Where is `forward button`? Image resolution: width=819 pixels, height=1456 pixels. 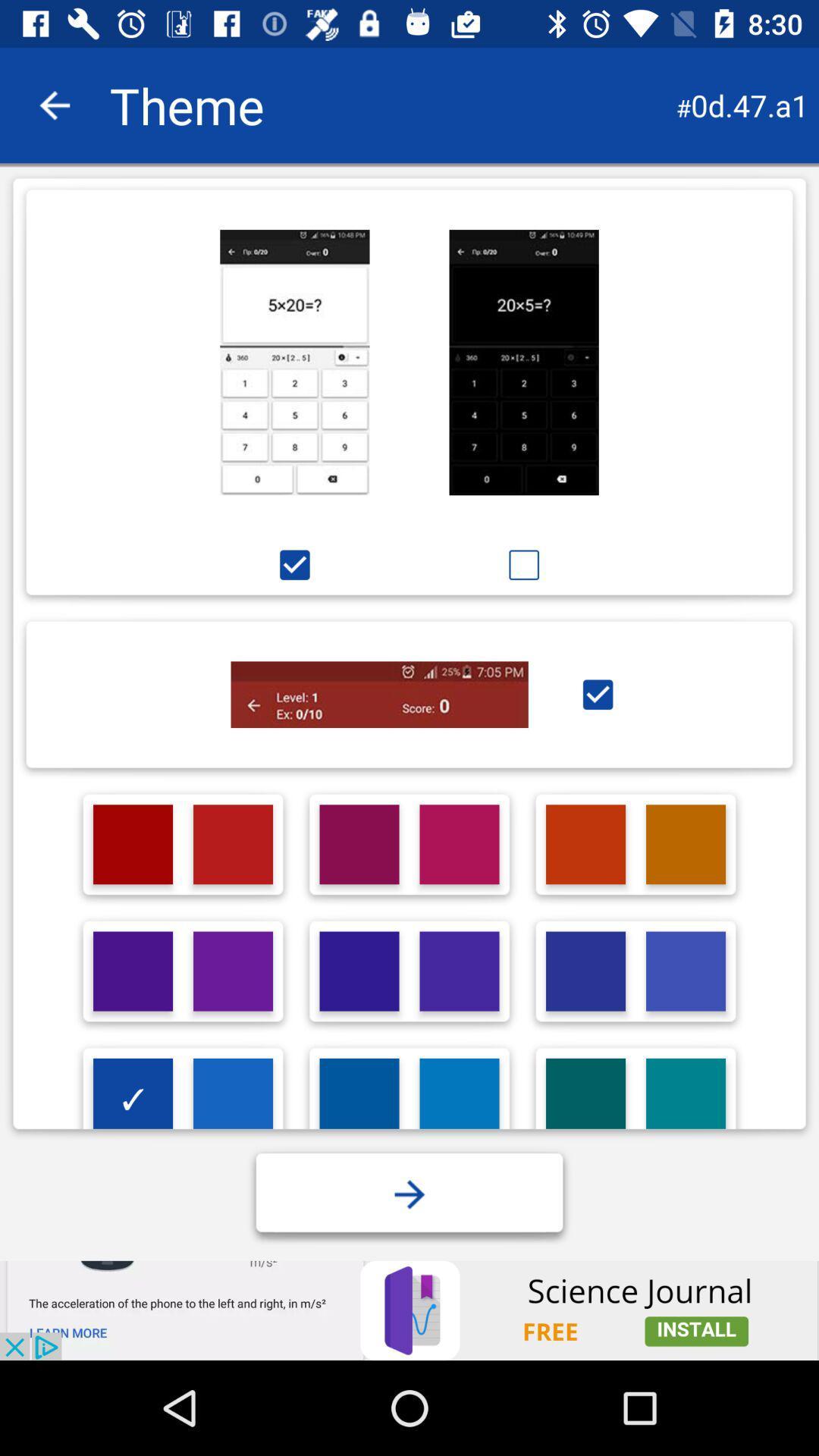
forward button is located at coordinates (409, 1194).